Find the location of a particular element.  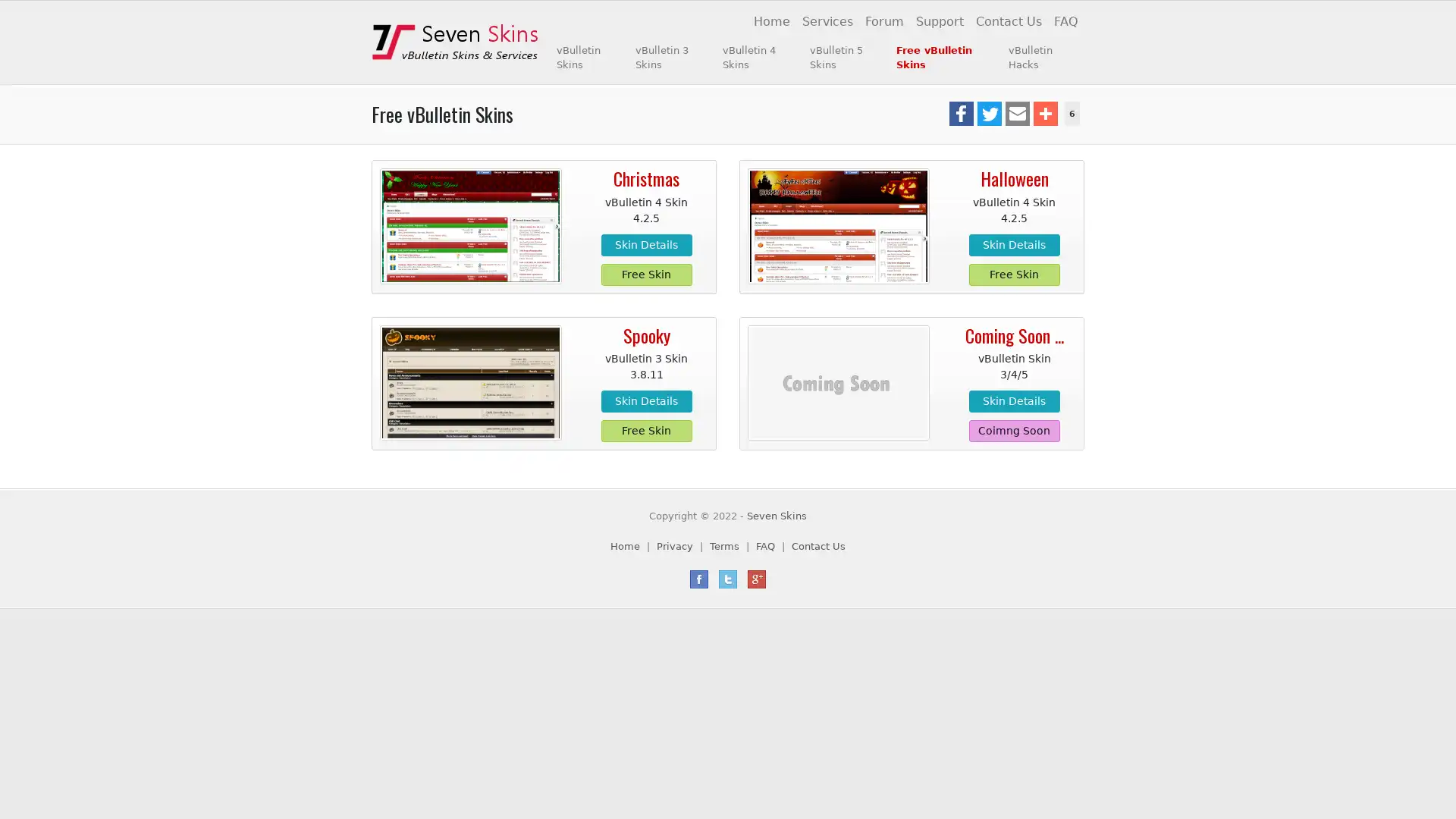

Free Skin is located at coordinates (1014, 274).